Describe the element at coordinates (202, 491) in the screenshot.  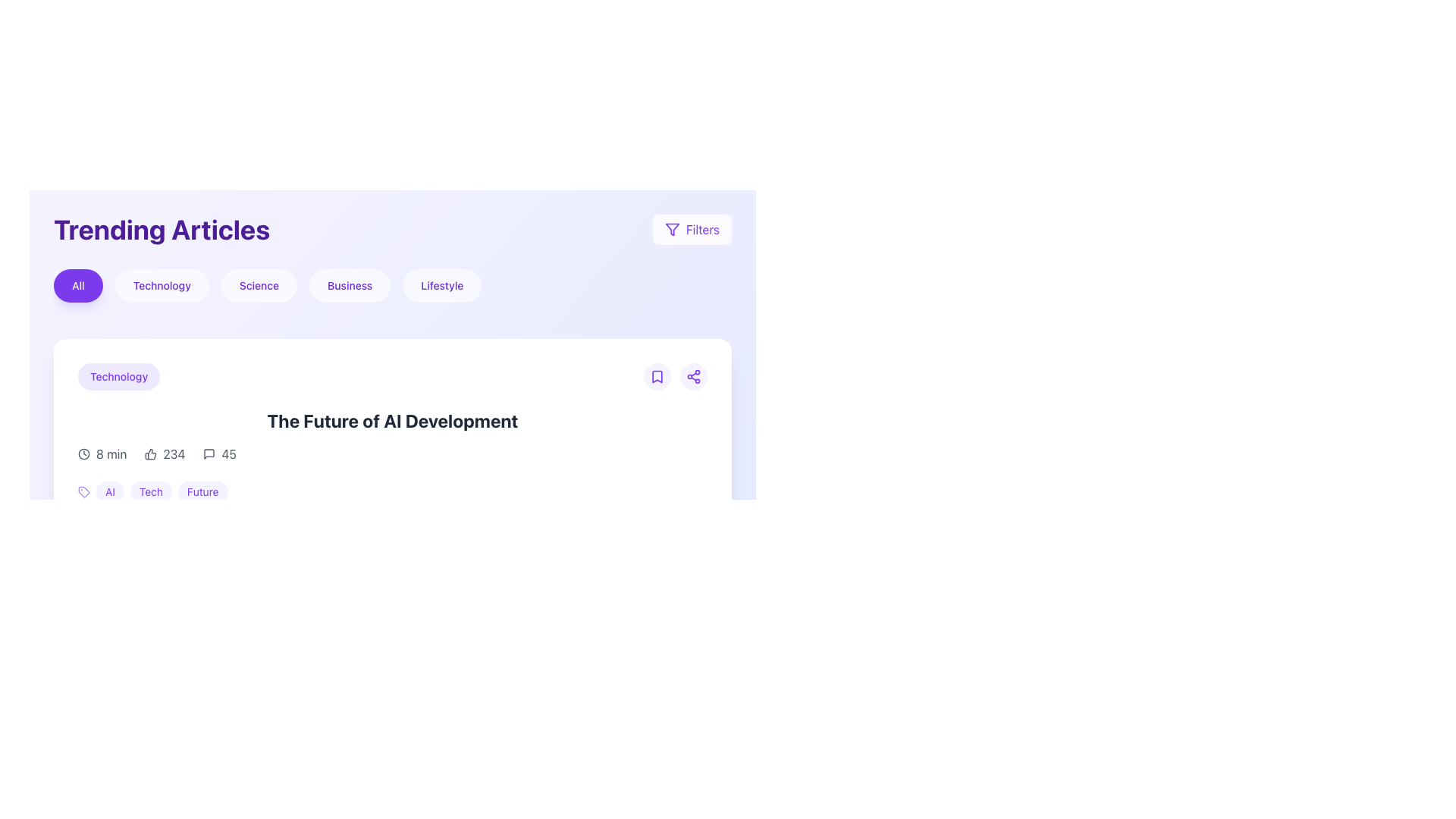
I see `the text content of the tag or category label located to the right of the 'AI' and 'Tech' tags, which is the third member in the sequence below the article title` at that location.